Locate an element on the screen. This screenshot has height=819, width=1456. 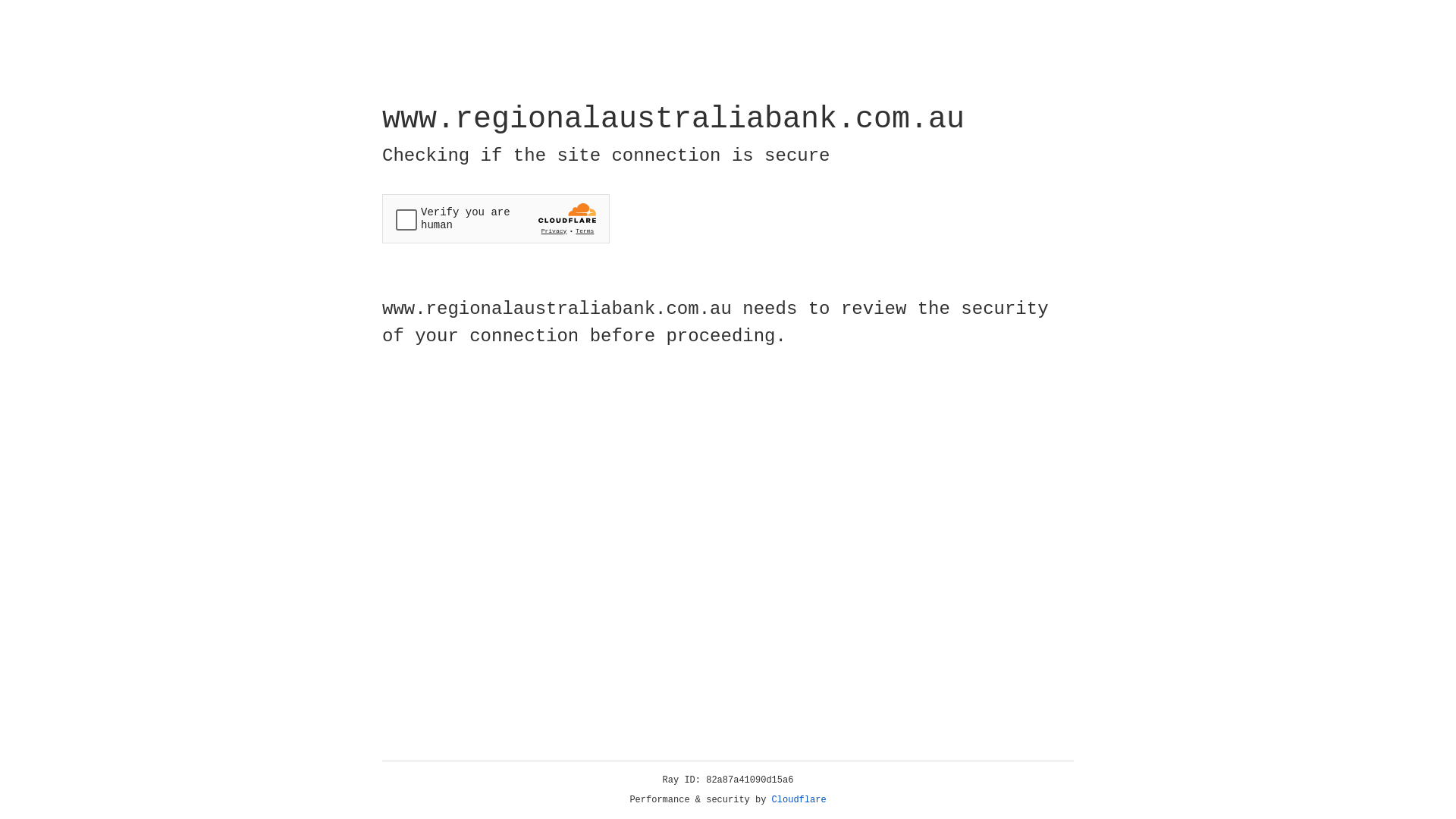
'Cloudflare' is located at coordinates (799, 799).